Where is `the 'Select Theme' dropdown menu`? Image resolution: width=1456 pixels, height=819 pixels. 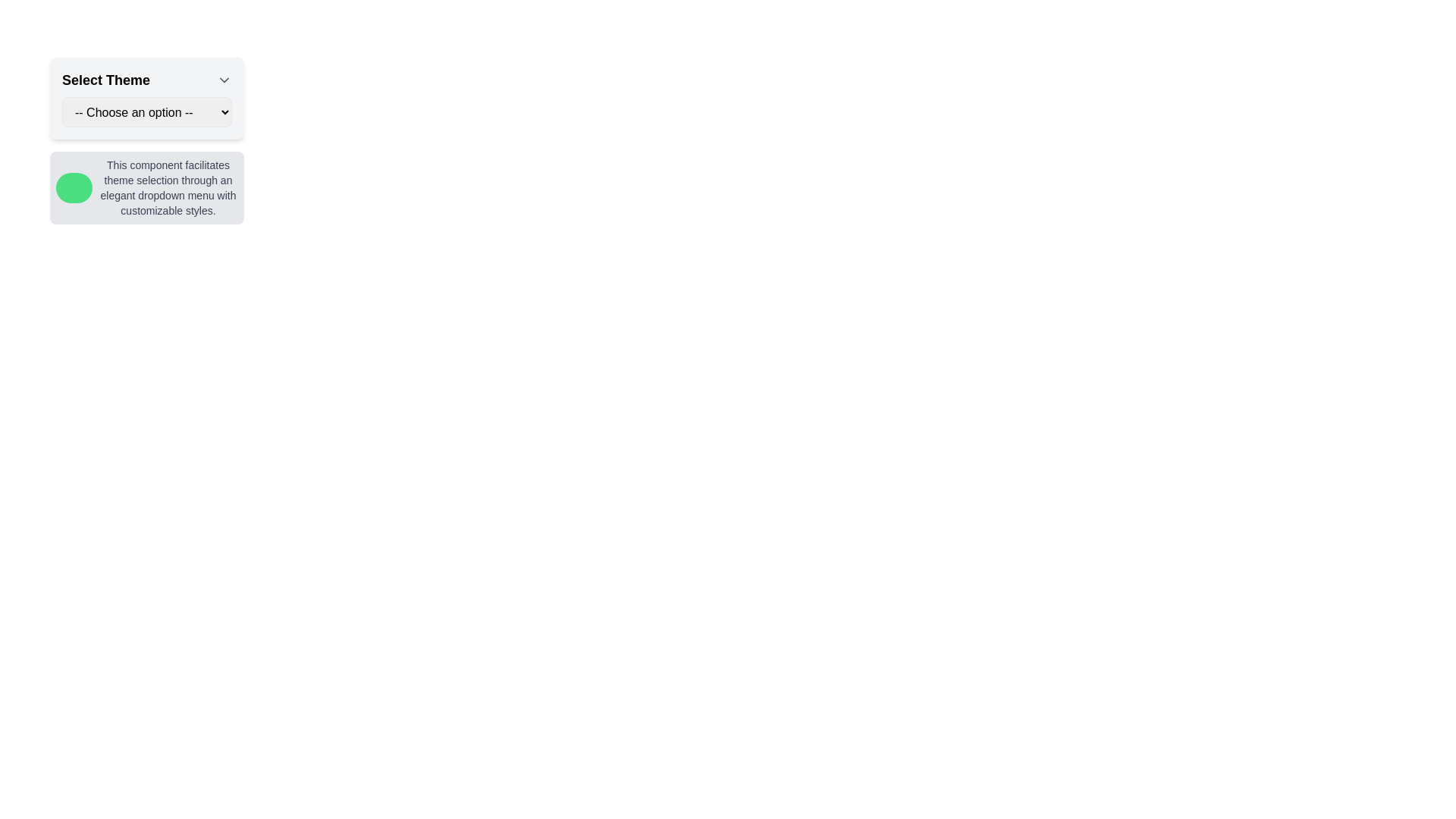 the 'Select Theme' dropdown menu is located at coordinates (146, 140).